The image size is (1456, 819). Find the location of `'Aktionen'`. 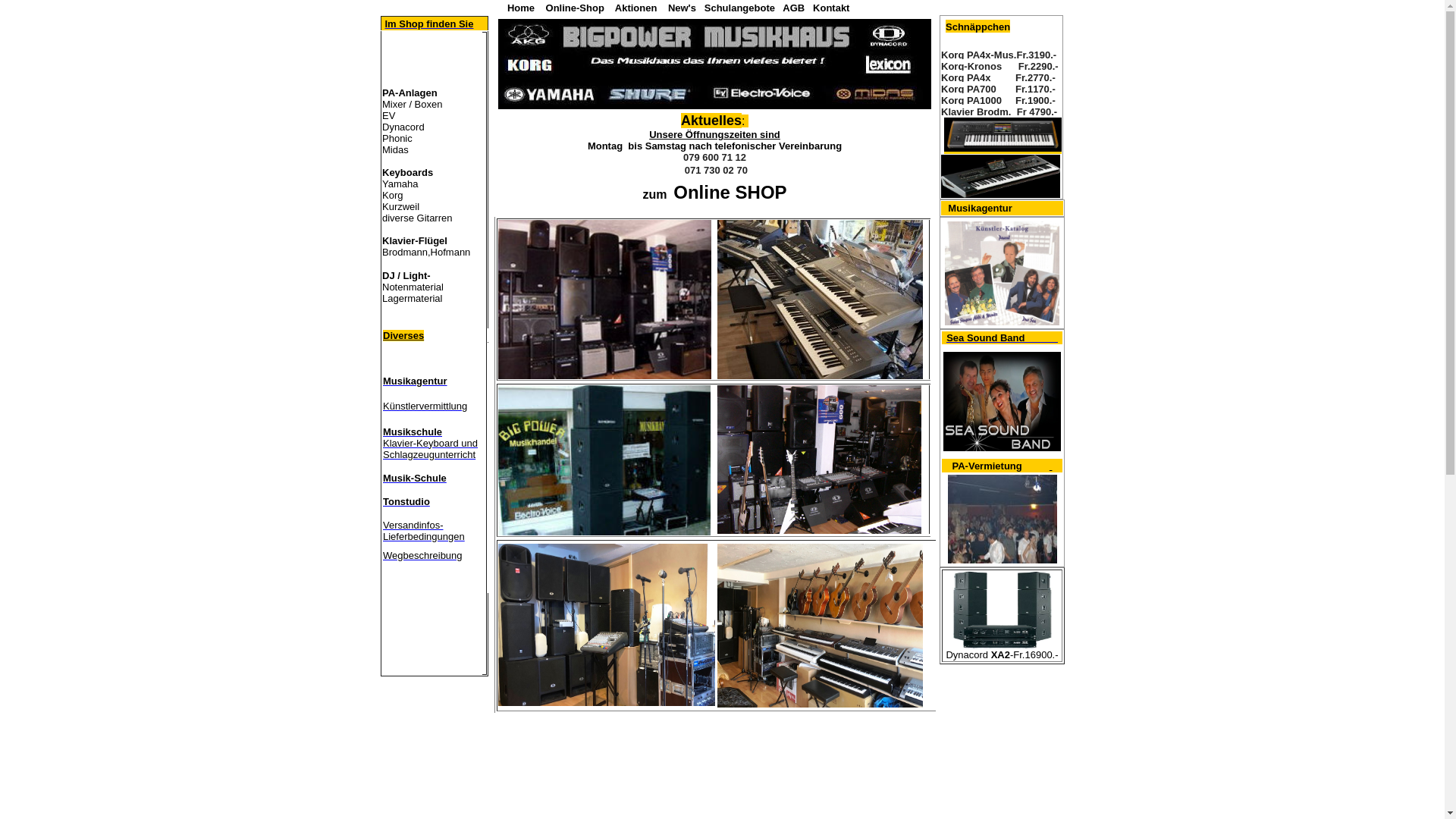

'Aktionen' is located at coordinates (636, 8).